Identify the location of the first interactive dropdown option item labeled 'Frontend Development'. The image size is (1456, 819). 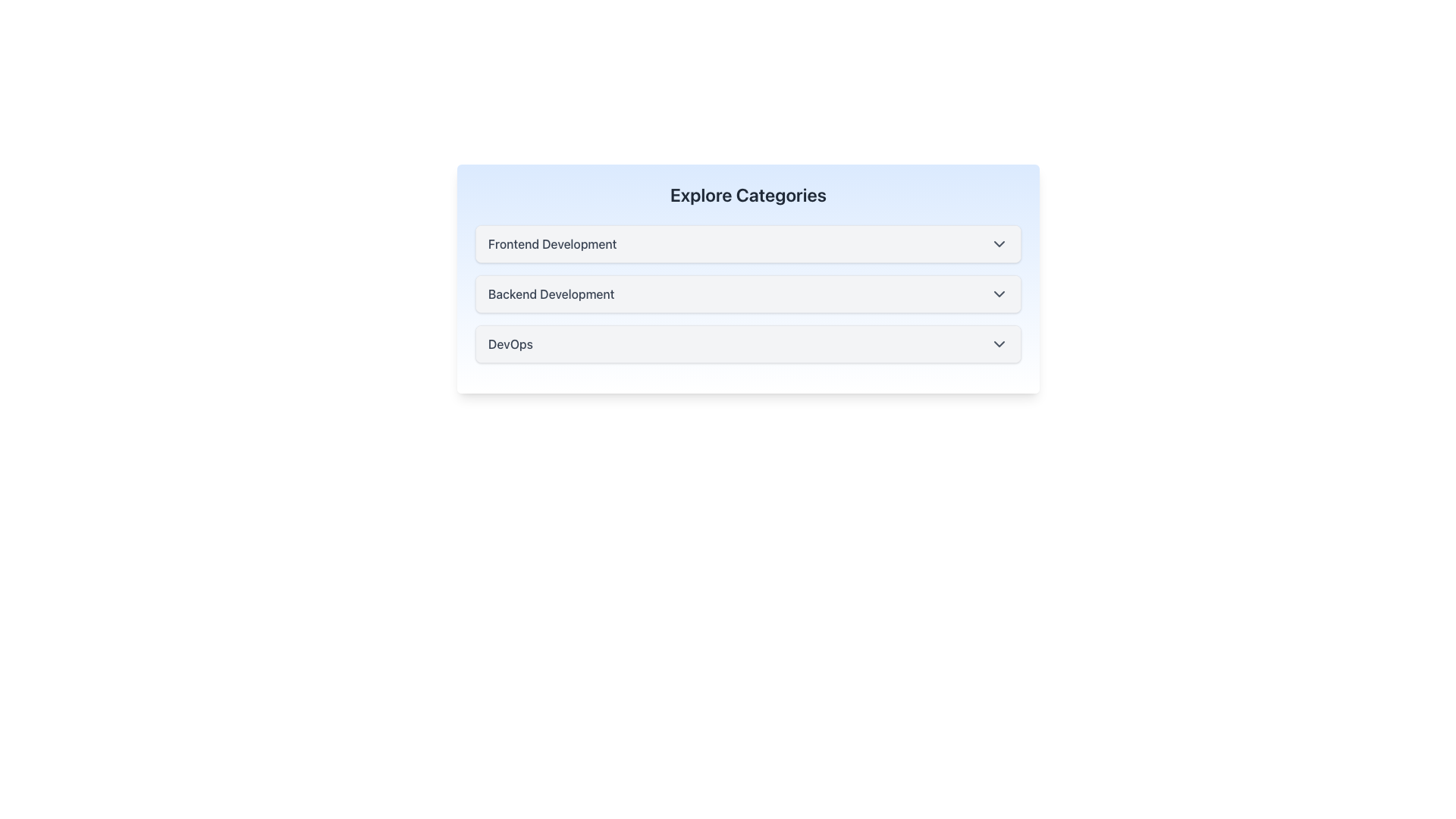
(748, 243).